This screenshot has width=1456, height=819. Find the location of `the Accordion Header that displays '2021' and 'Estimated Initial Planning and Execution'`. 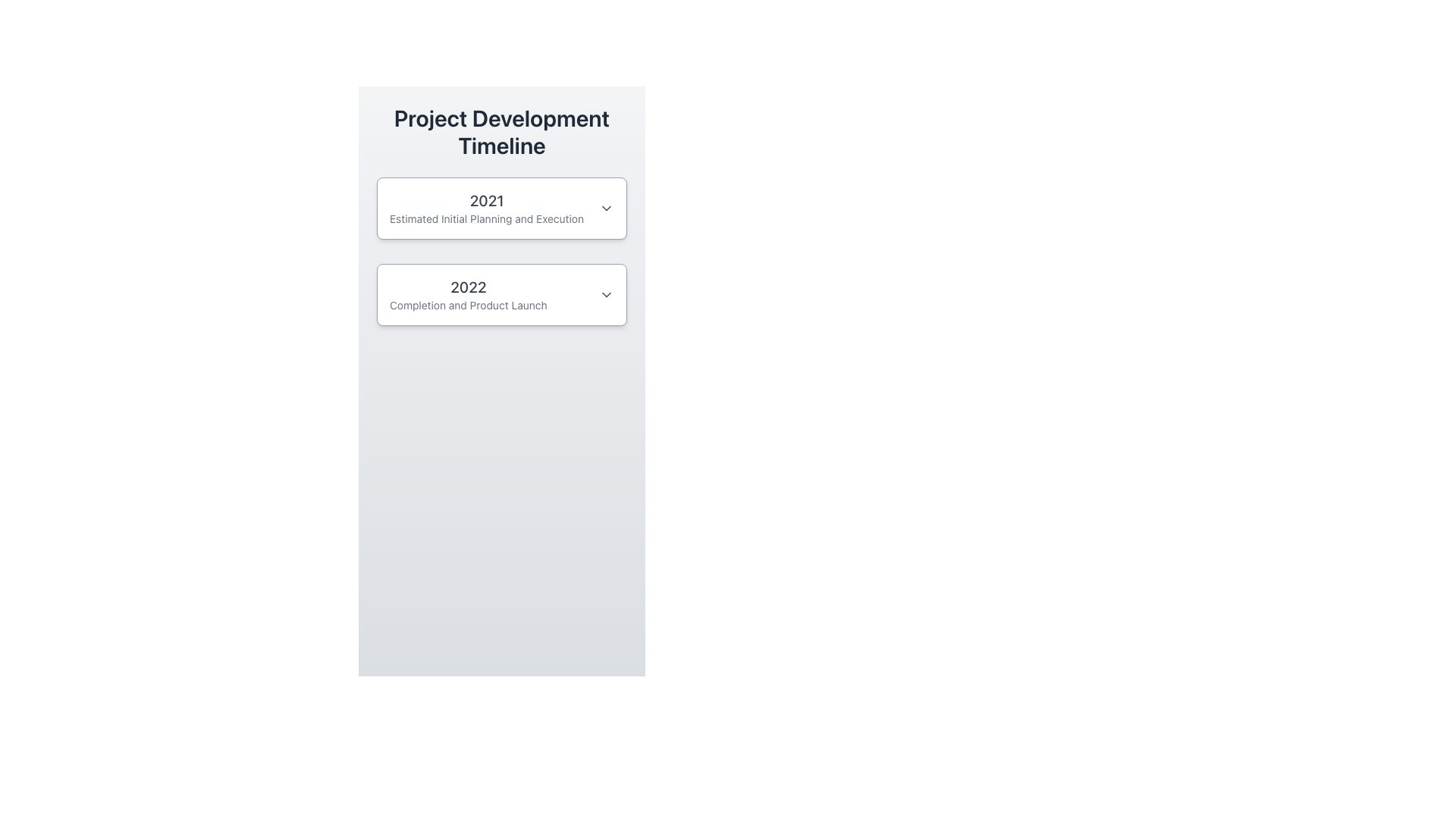

the Accordion Header that displays '2021' and 'Estimated Initial Planning and Execution' is located at coordinates (502, 208).